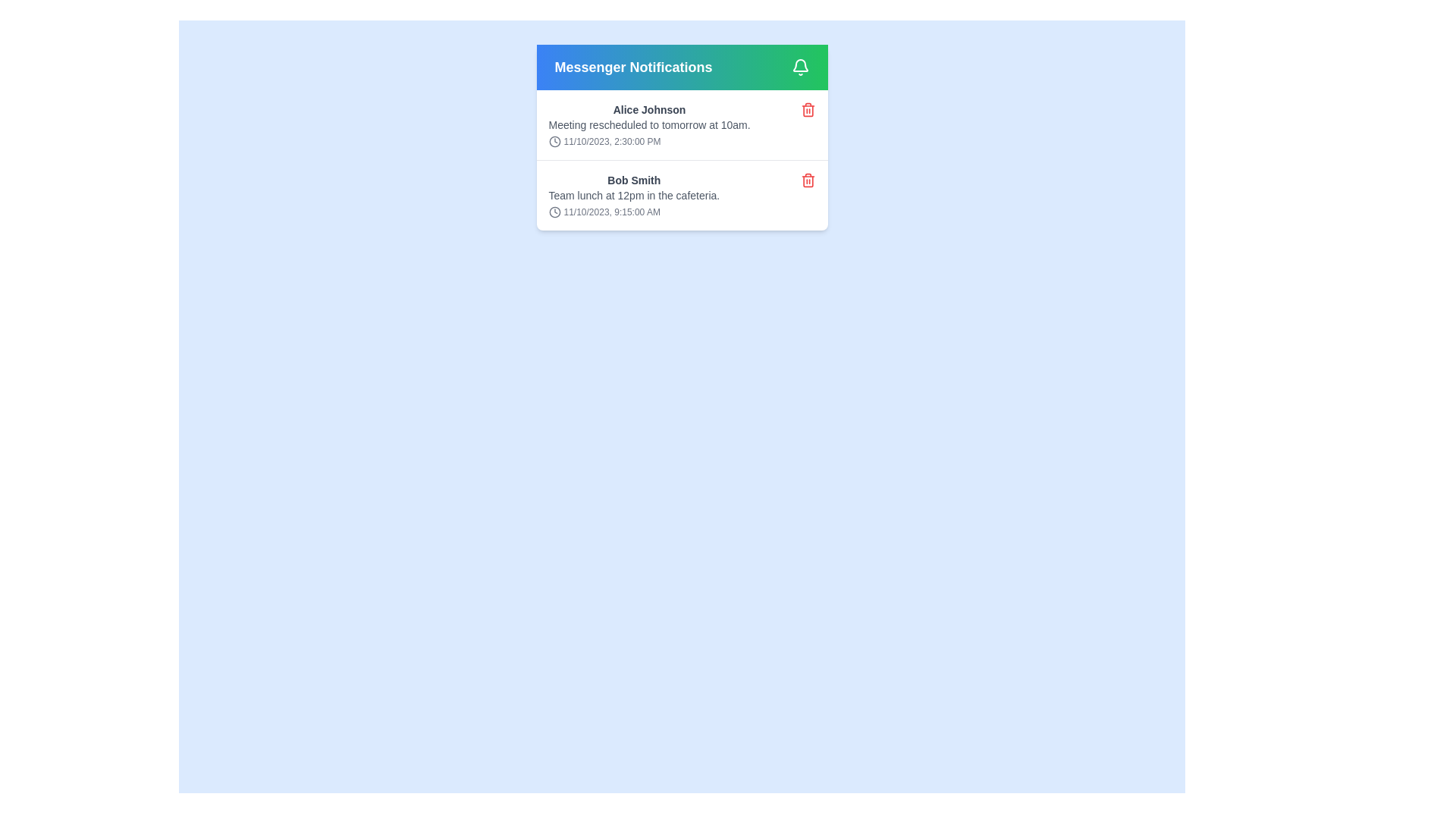  What do you see at coordinates (807, 180) in the screenshot?
I see `the rectangular body shape of the trash can icon for assistive technologies` at bounding box center [807, 180].